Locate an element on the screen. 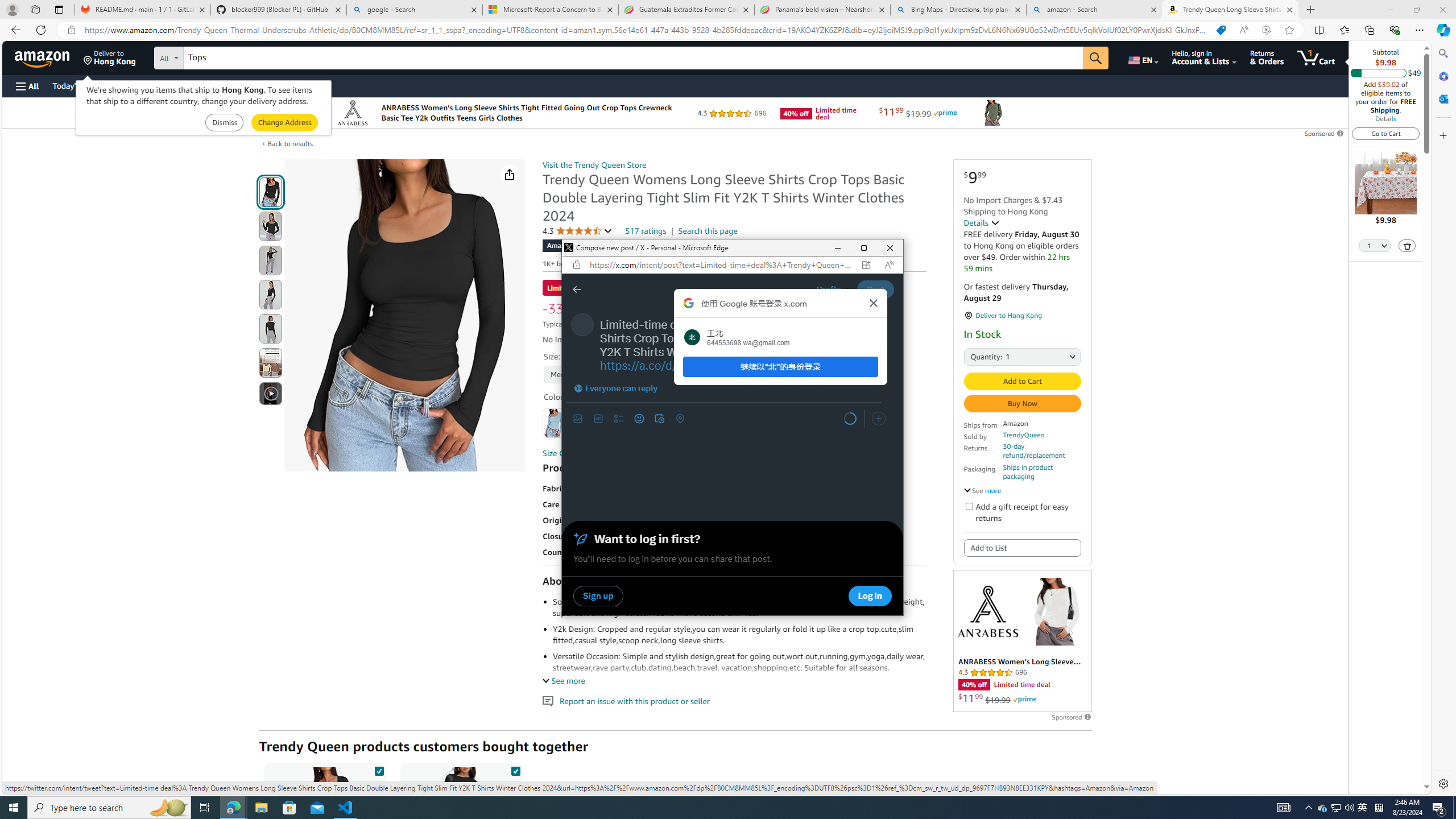 This screenshot has height=819, width=1456. 'You have the best price!' is located at coordinates (1220, 30).